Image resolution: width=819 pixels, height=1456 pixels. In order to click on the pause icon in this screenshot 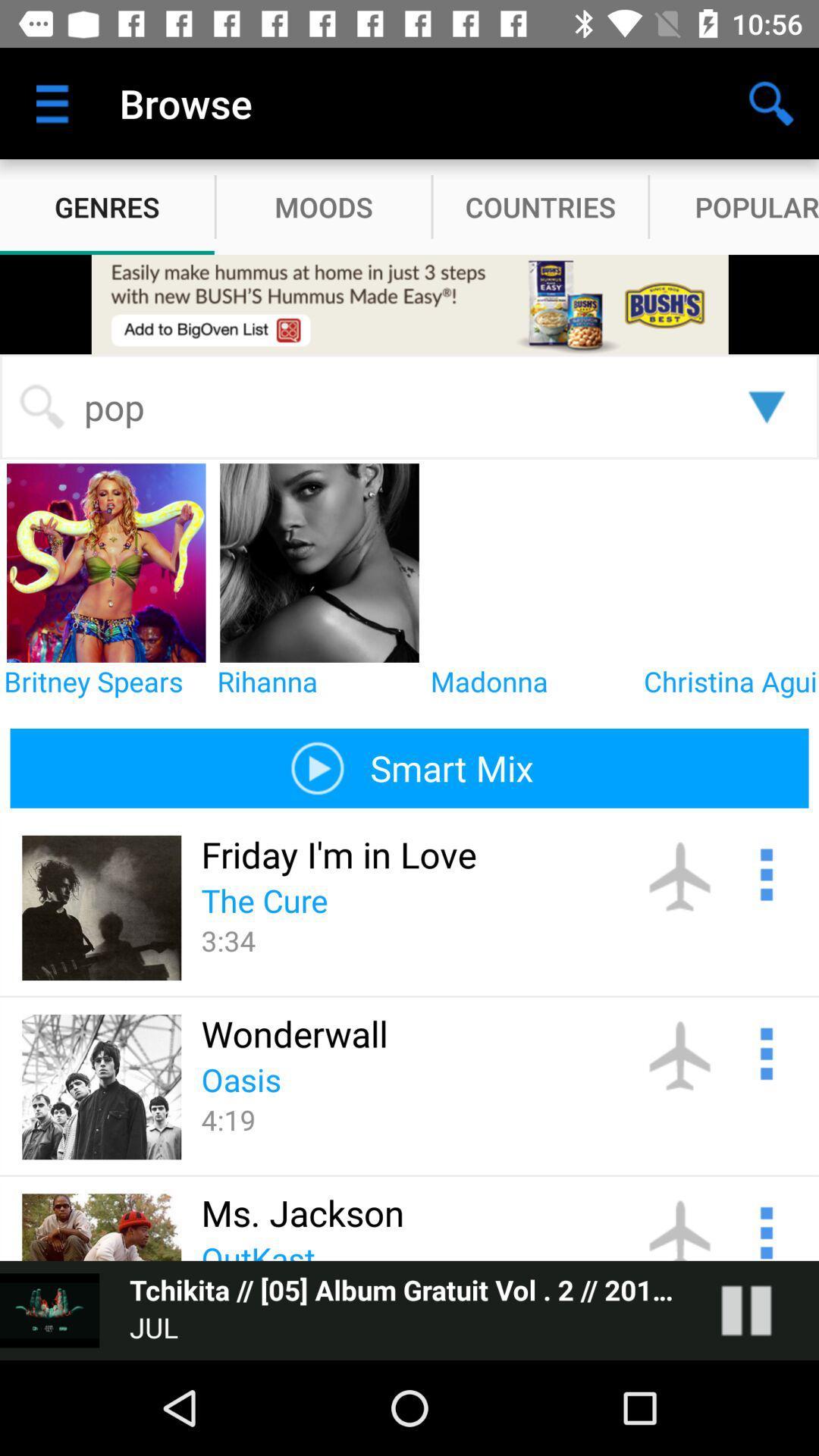, I will do `click(761, 1310)`.